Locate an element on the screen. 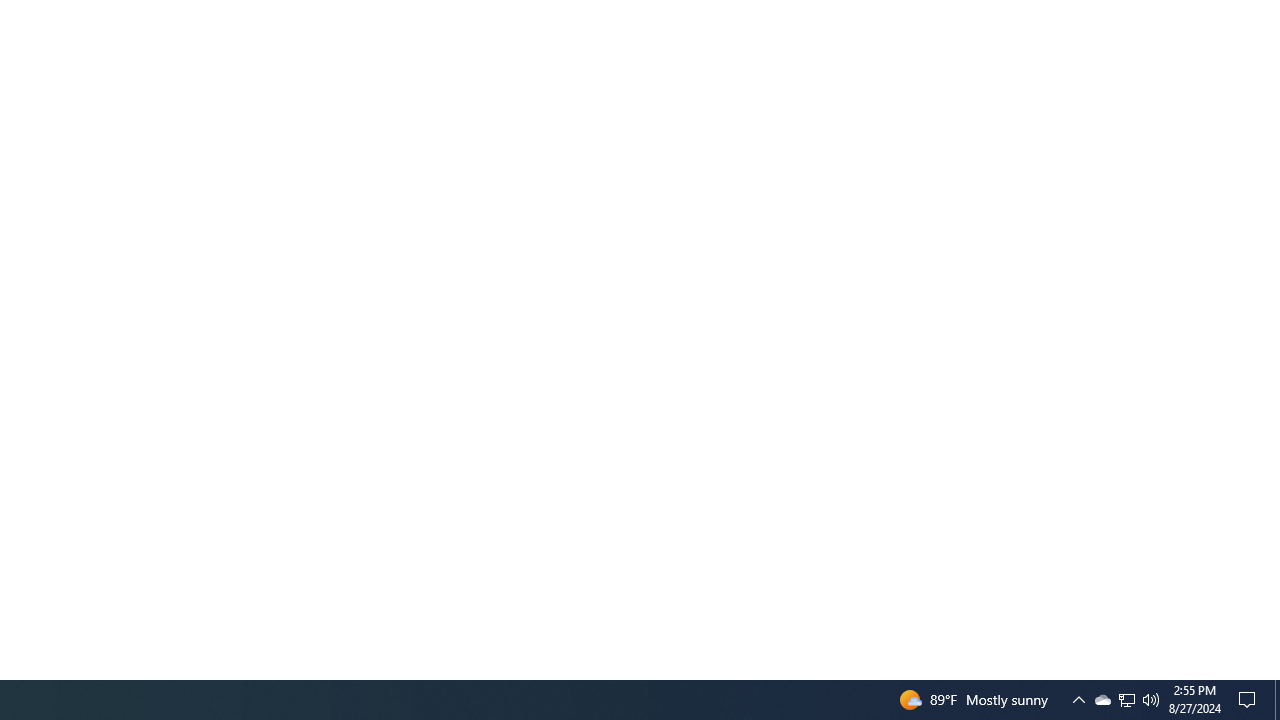  'User Promoted Notification Area' is located at coordinates (1127, 698).